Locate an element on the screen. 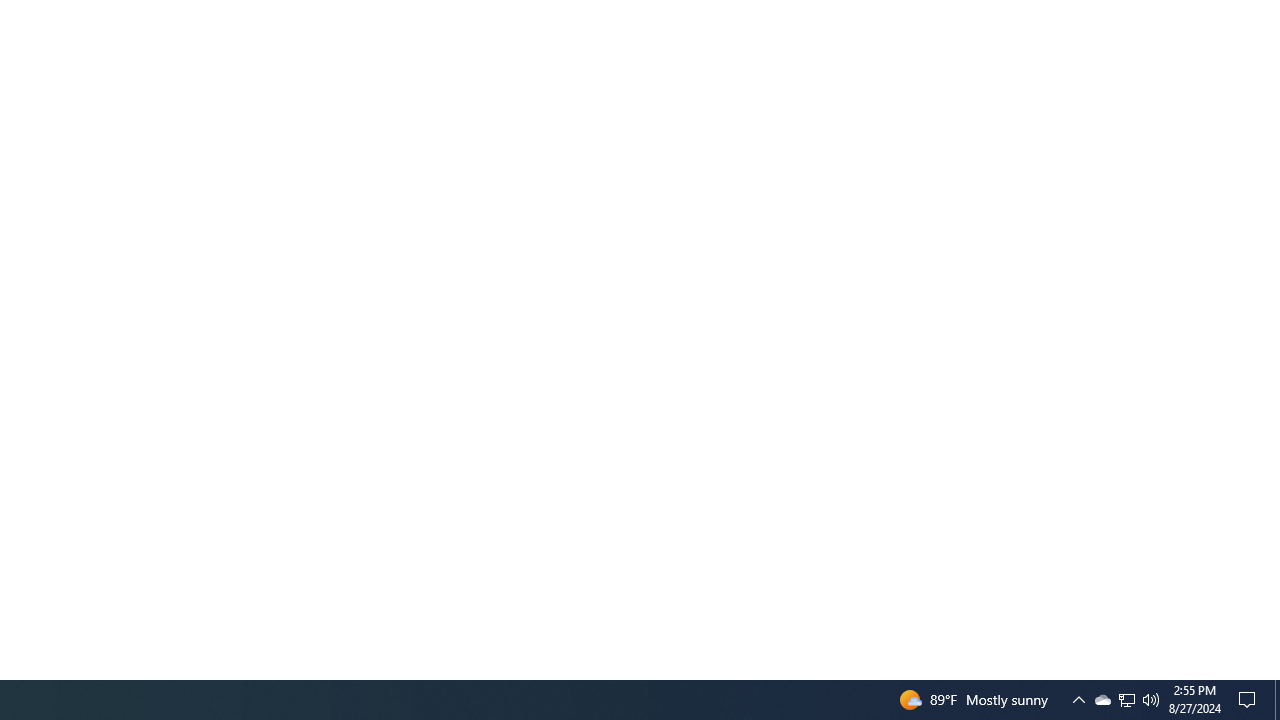  'User Promoted Notification Area' is located at coordinates (1127, 698).